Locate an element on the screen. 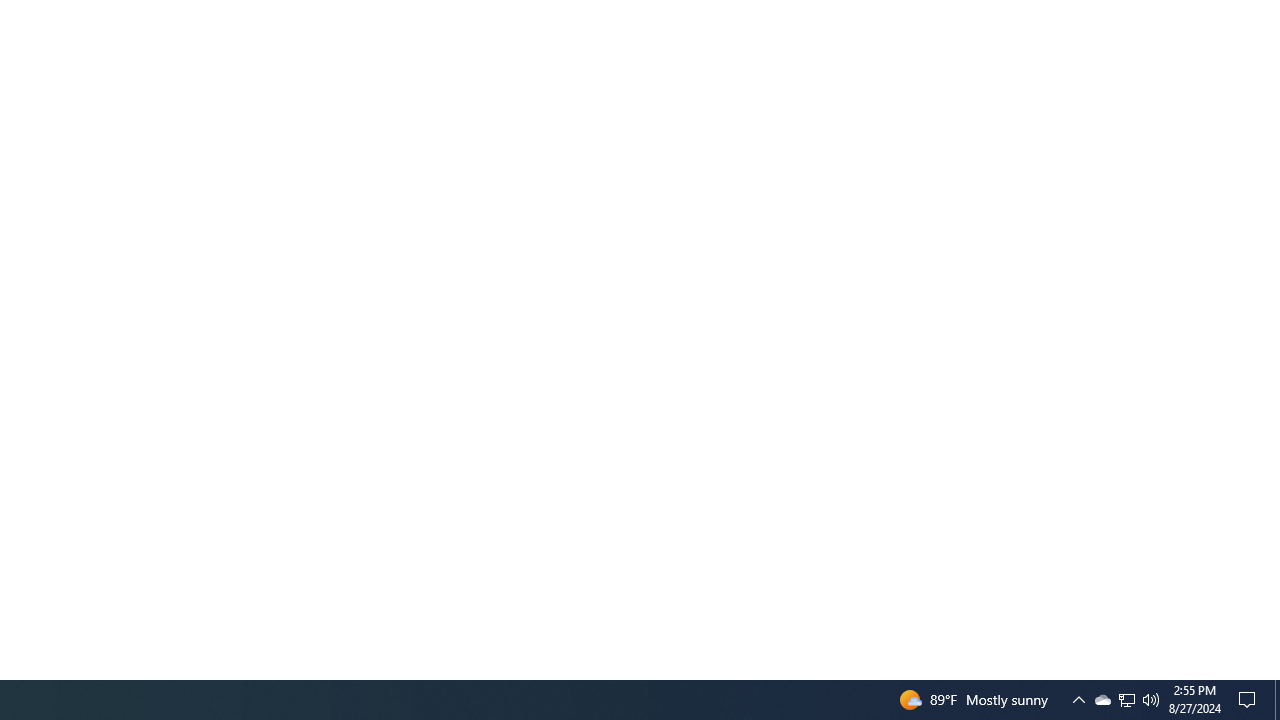  'User Promoted Notification Area' is located at coordinates (1127, 698).